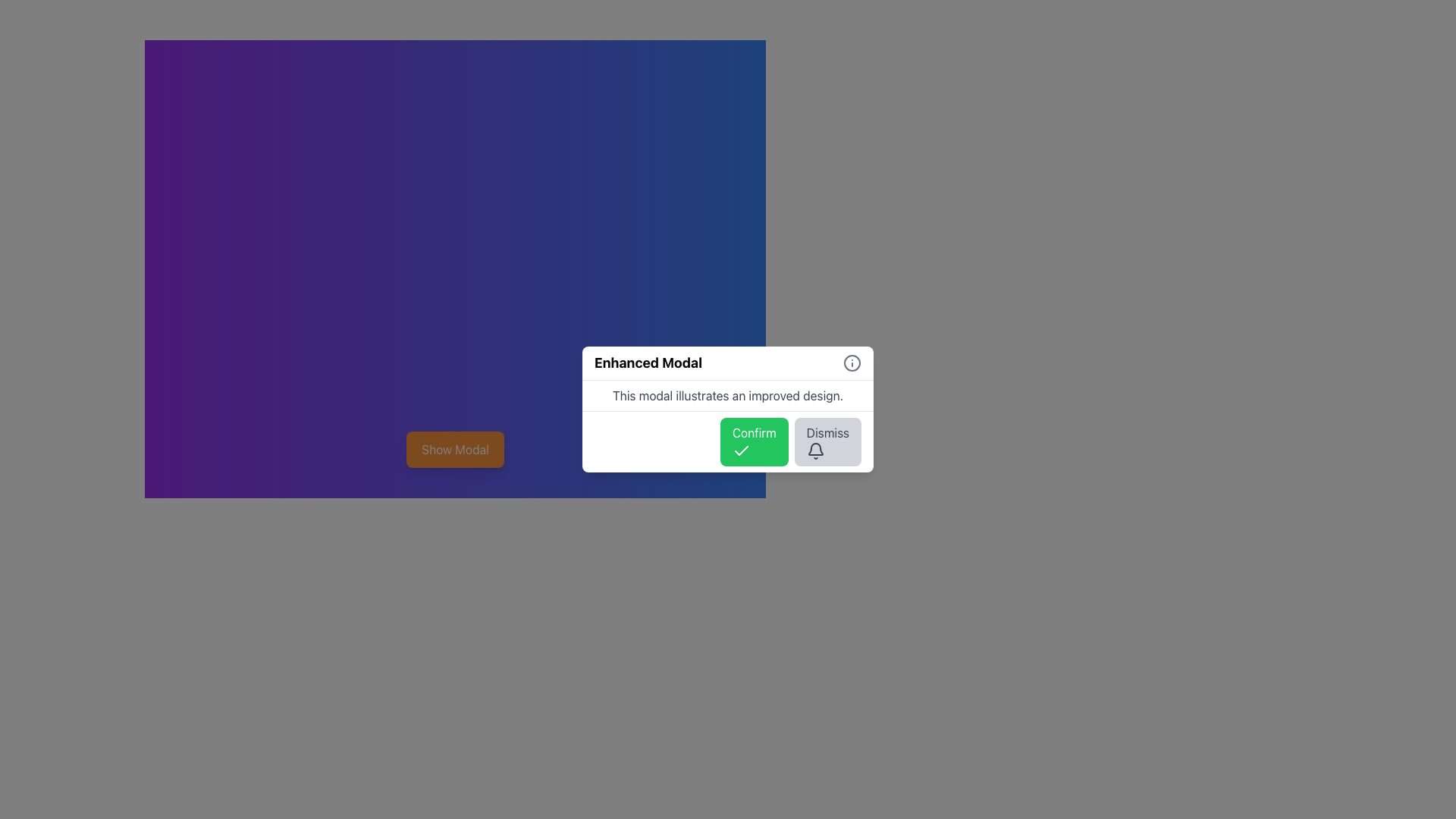  I want to click on the rectangular button with a vibrant orange background and white text 'Show Modal' to observe the hover effect, so click(454, 449).